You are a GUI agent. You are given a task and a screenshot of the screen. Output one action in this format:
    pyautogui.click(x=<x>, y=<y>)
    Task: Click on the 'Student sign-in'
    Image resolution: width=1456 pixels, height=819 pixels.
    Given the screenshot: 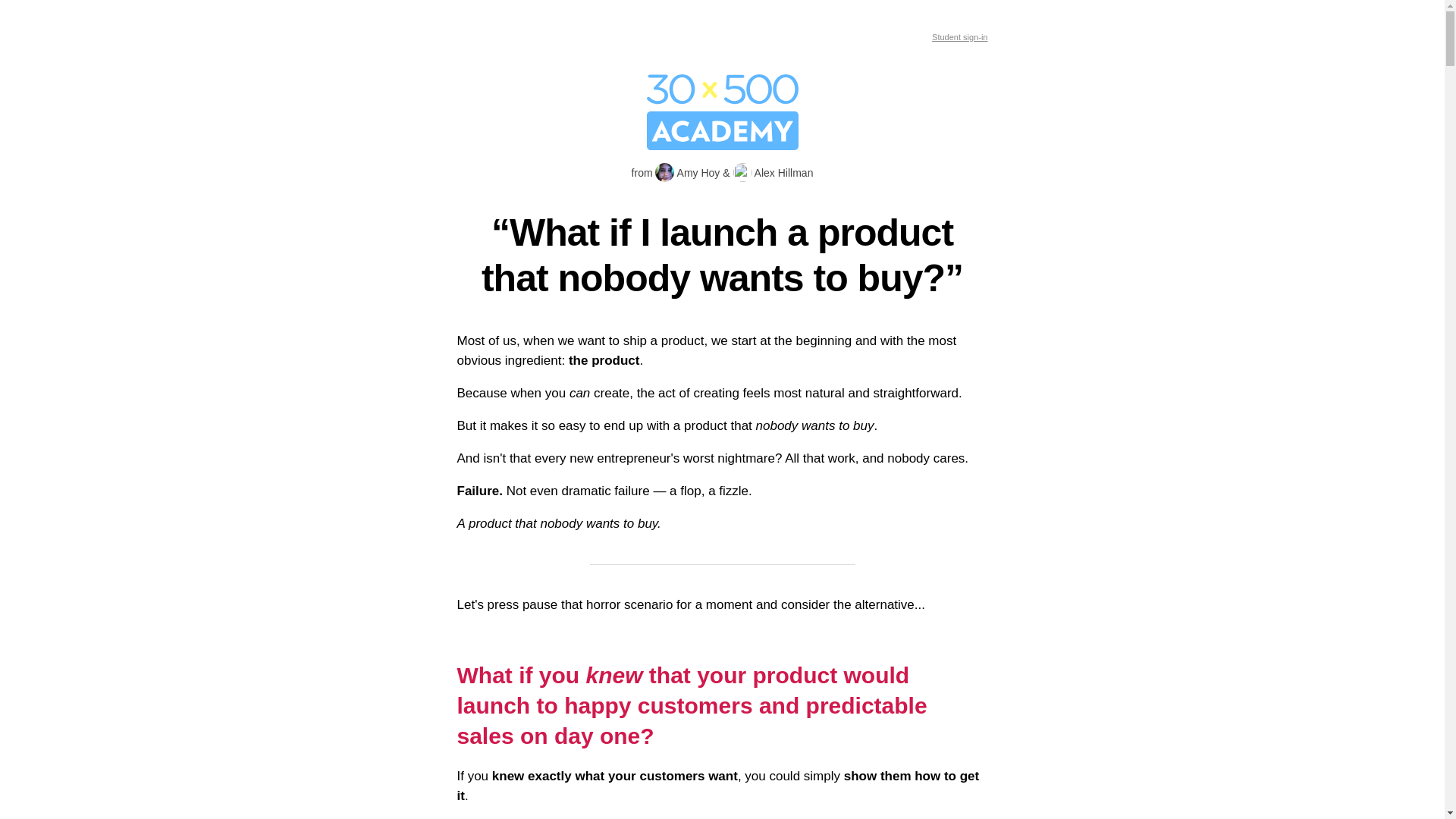 What is the action you would take?
    pyautogui.click(x=959, y=36)
    